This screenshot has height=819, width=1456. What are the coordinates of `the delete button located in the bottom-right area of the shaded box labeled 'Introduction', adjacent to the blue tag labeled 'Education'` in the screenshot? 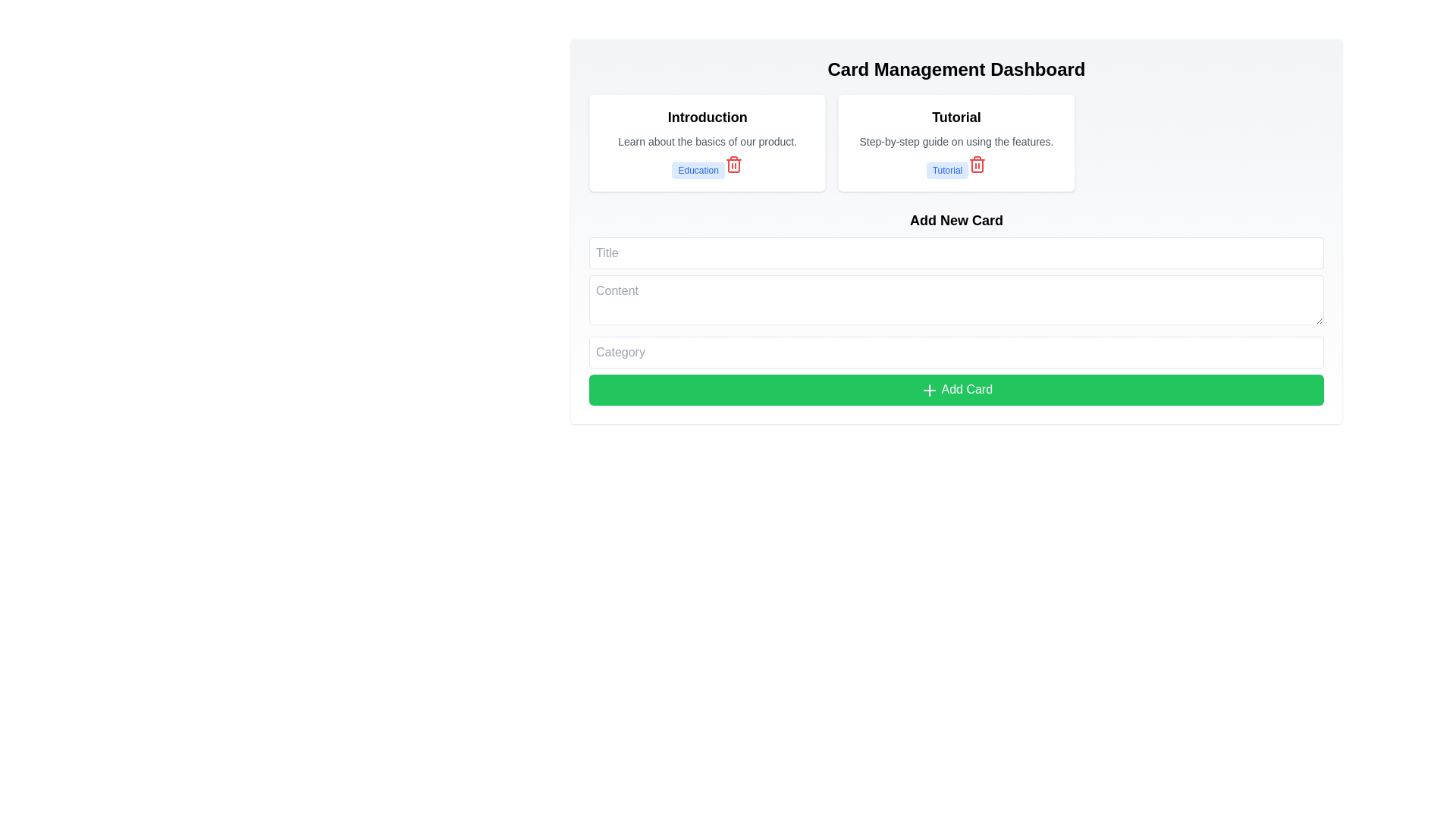 It's located at (733, 164).